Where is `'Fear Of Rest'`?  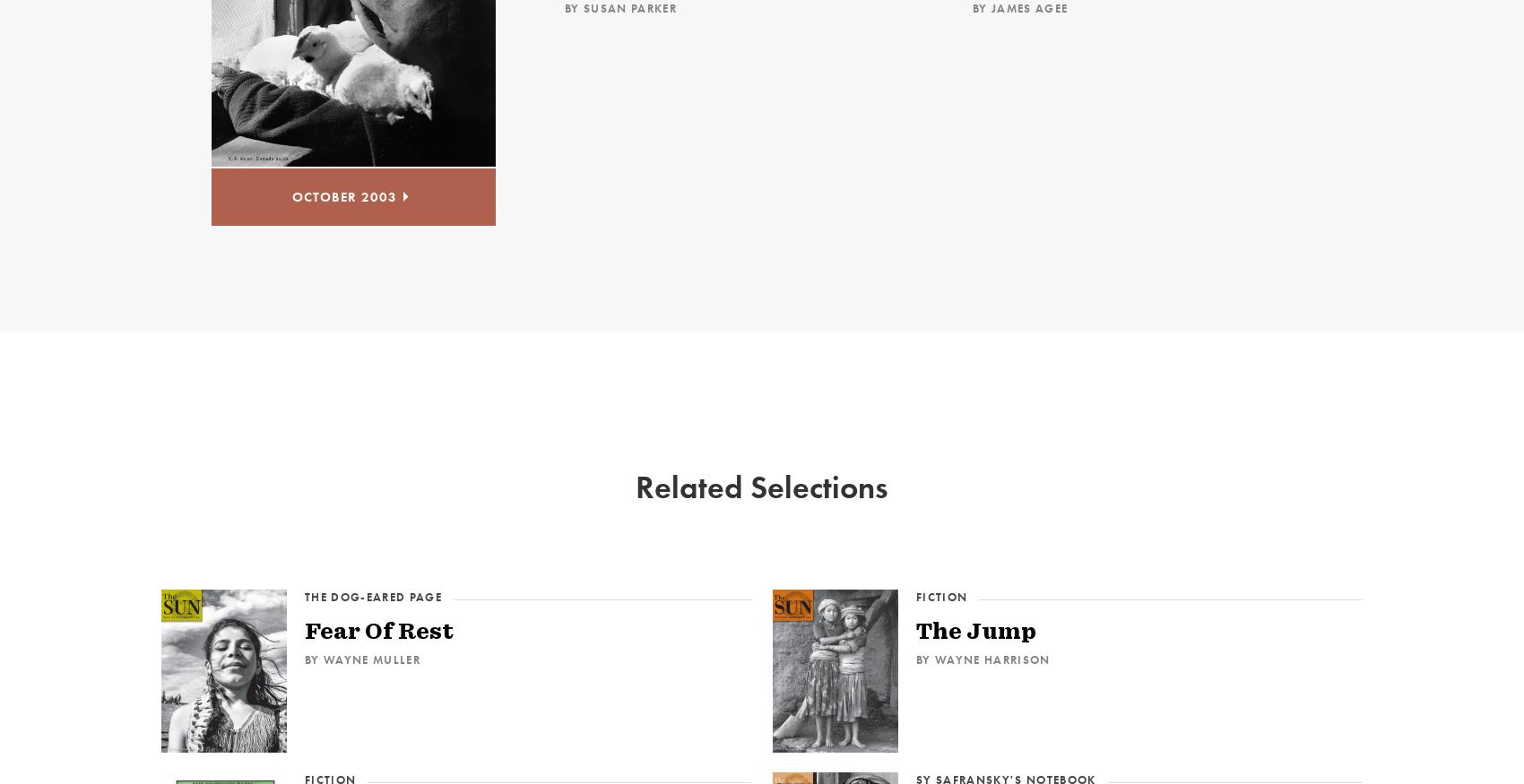 'Fear Of Rest' is located at coordinates (377, 629).